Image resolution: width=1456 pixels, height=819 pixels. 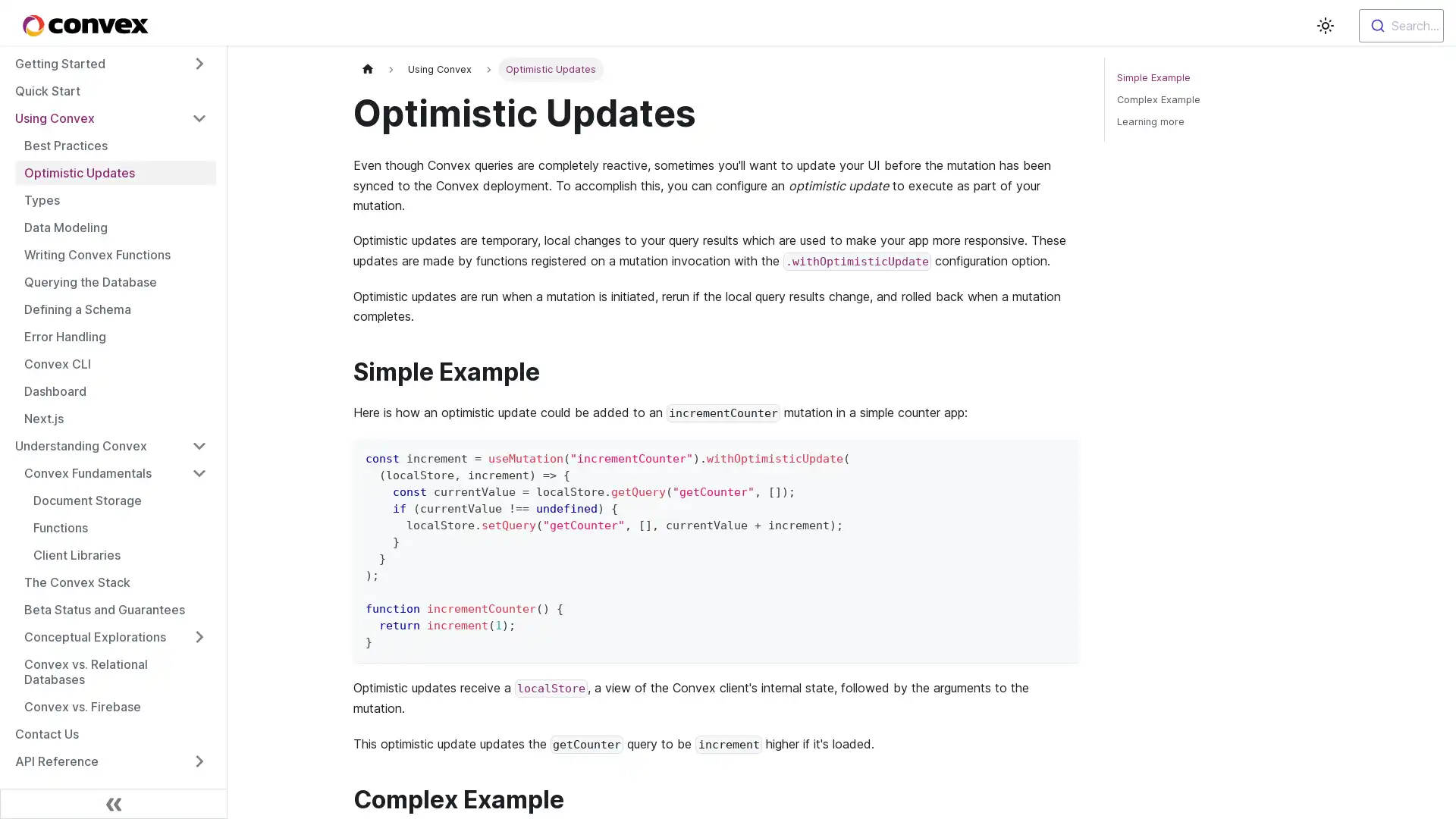 I want to click on Toggle the collapsible sidebar category 'Using Convex', so click(x=199, y=117).